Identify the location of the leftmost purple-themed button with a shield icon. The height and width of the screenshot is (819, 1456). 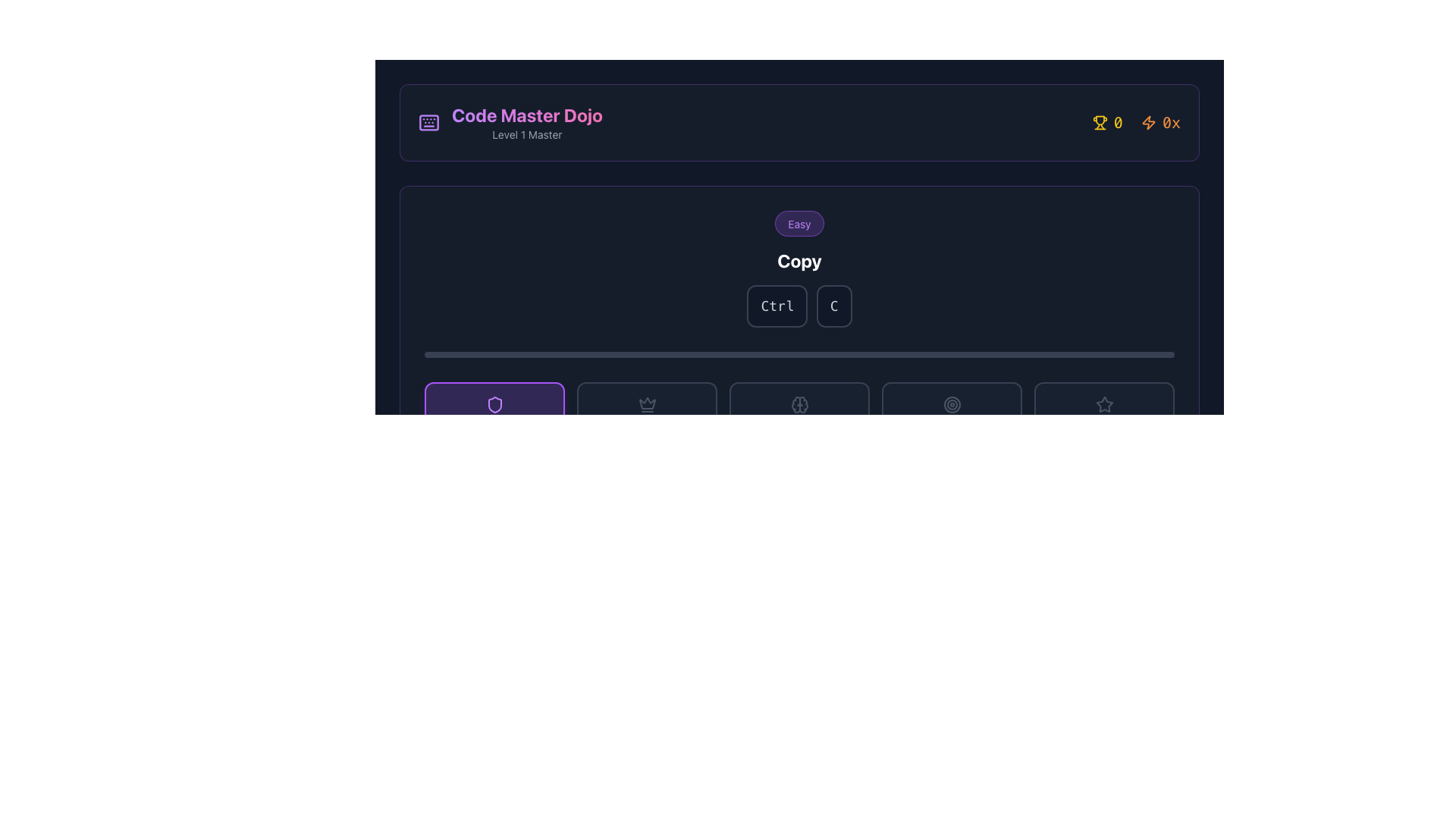
(494, 403).